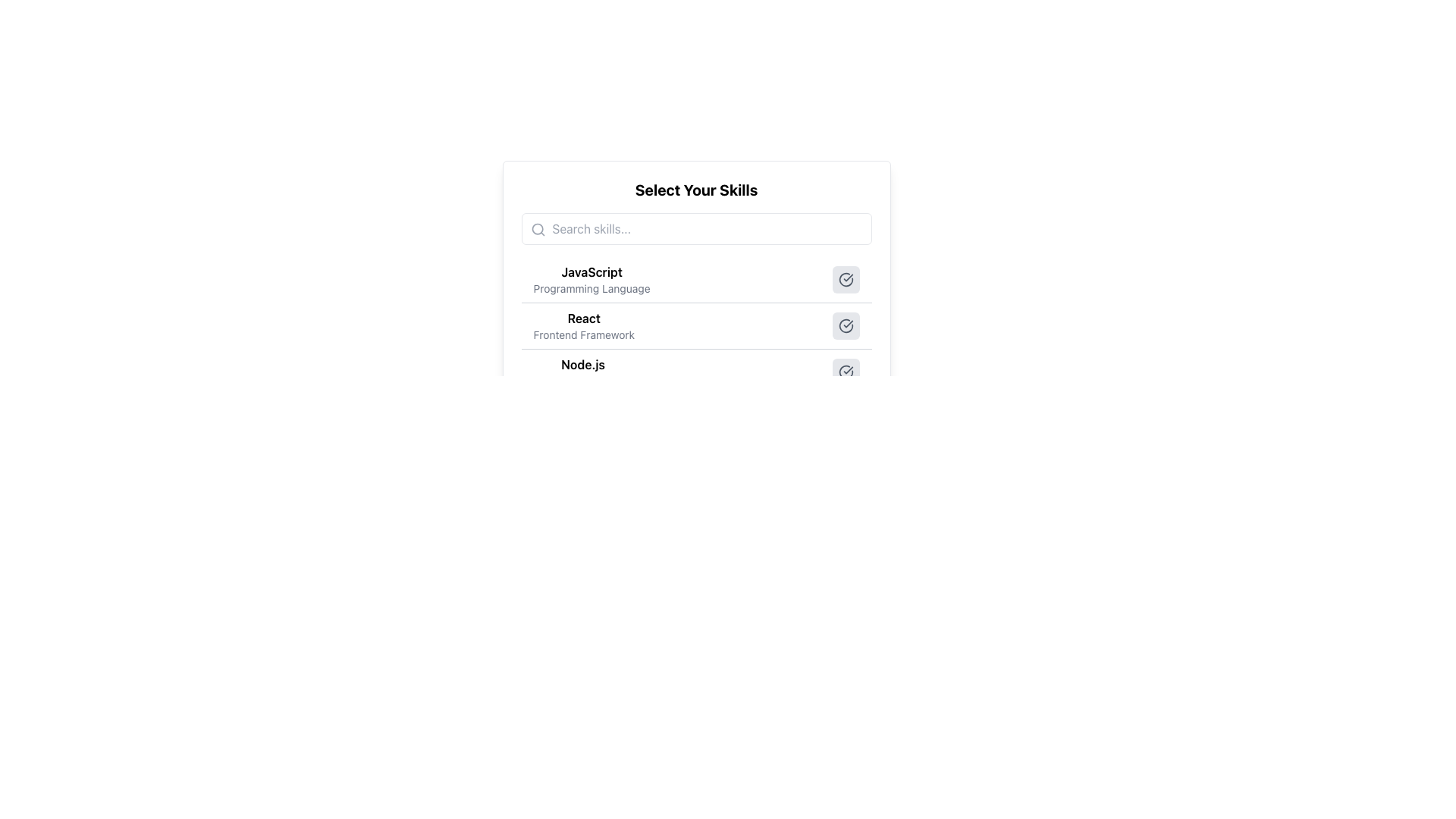  I want to click on the circular button with a checkmark icon located to the far right of the 'JavaScript' item in the 'Select Your Skills' list, so click(845, 280).